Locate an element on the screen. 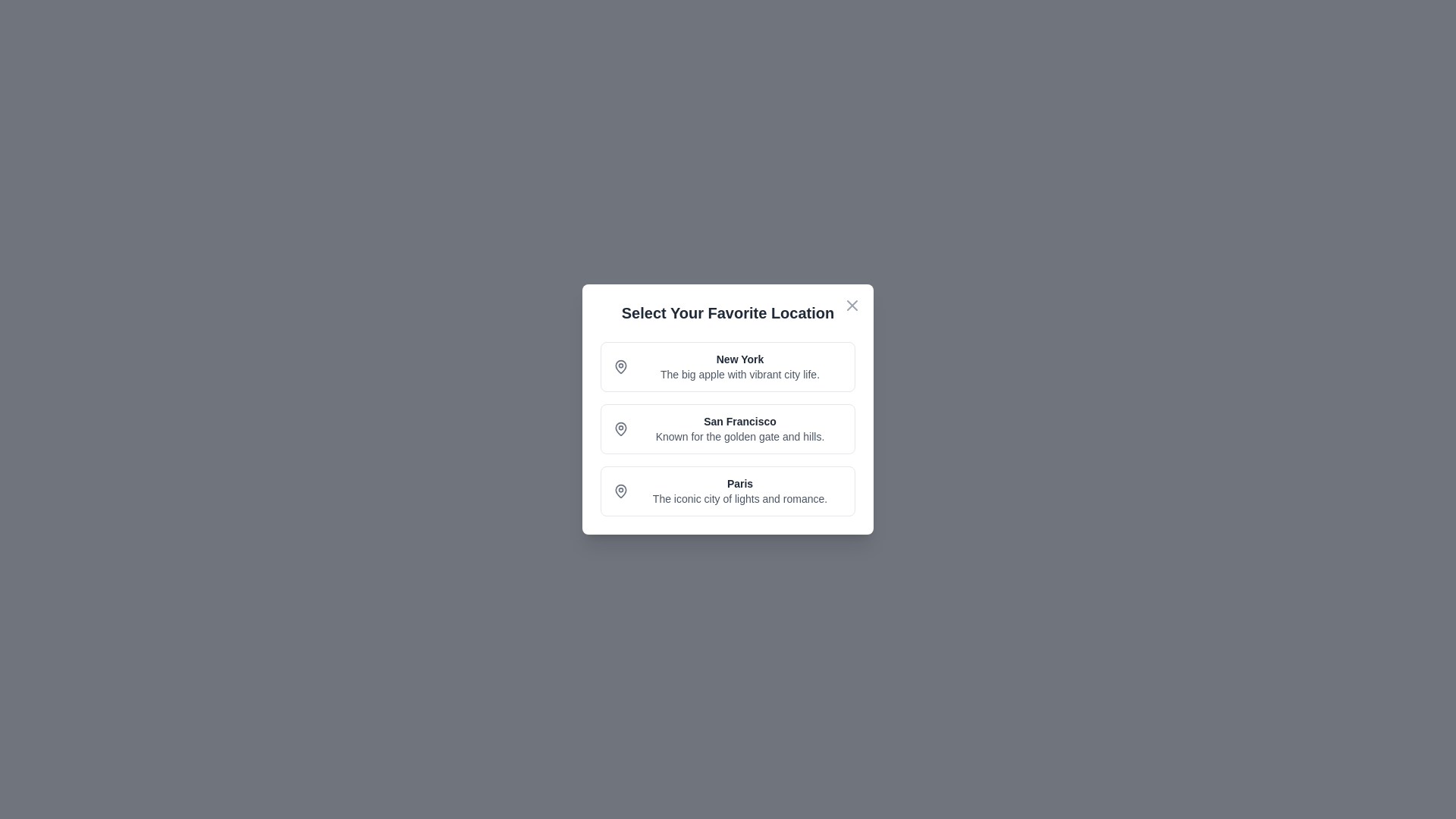  the location card for San Francisco is located at coordinates (728, 429).